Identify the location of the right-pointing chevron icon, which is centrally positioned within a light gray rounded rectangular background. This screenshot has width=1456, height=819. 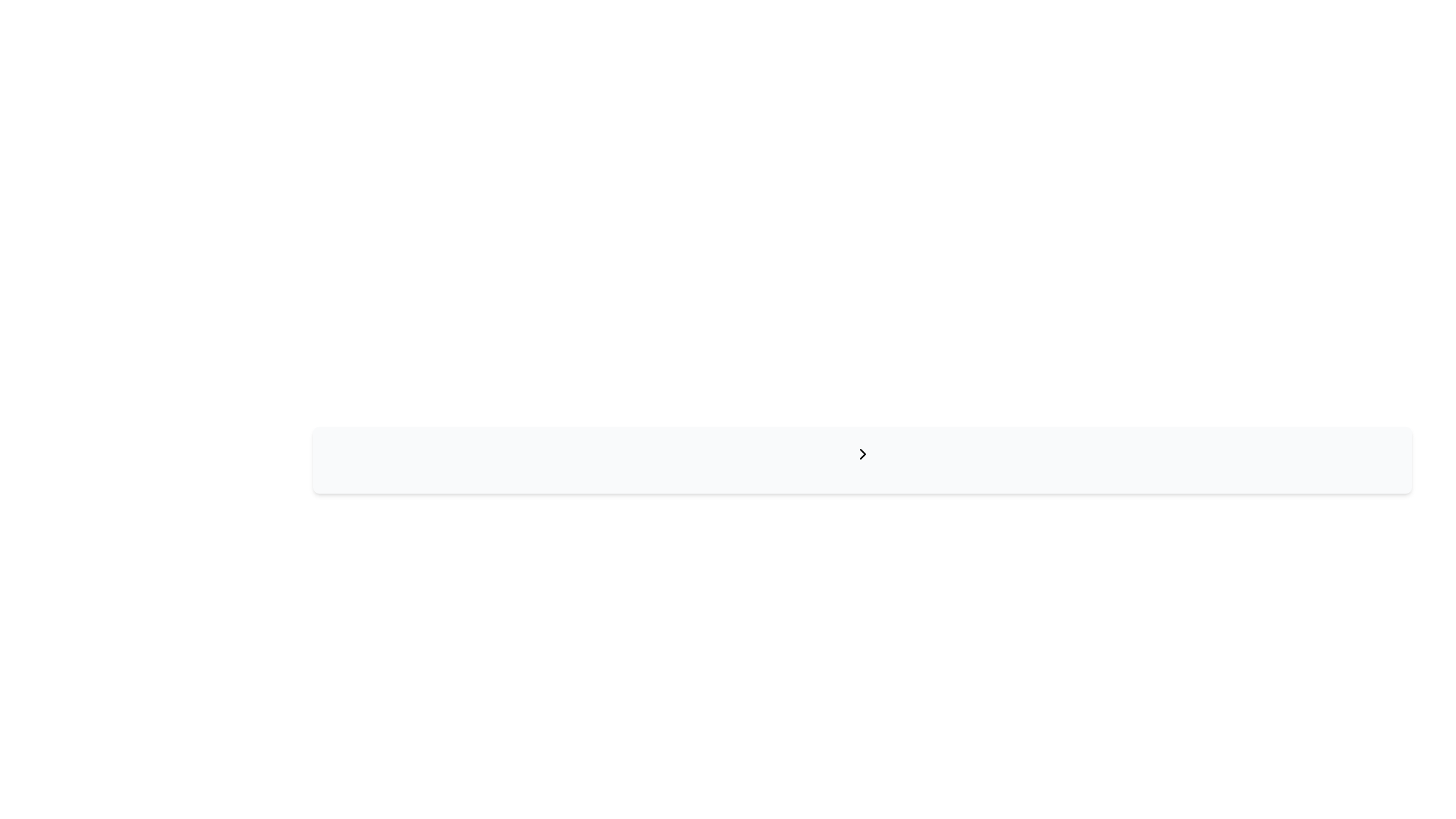
(862, 453).